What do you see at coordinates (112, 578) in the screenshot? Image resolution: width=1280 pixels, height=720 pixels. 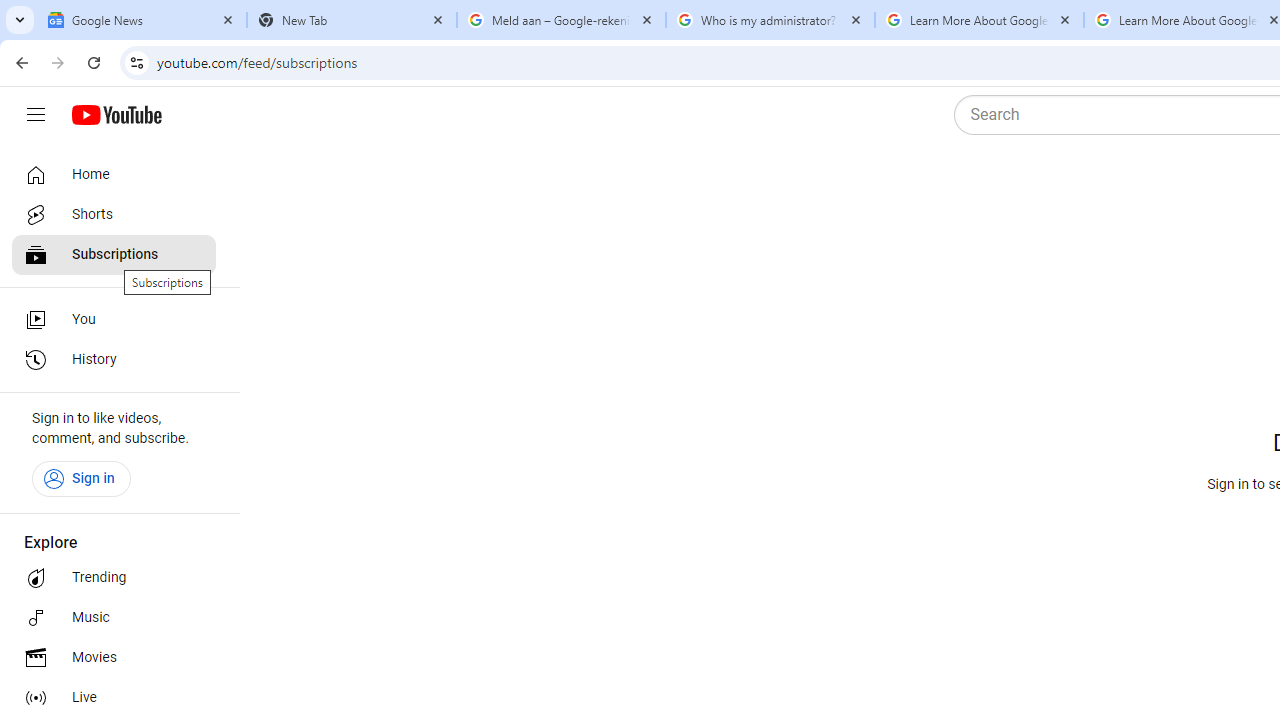 I see `'Trending'` at bounding box center [112, 578].